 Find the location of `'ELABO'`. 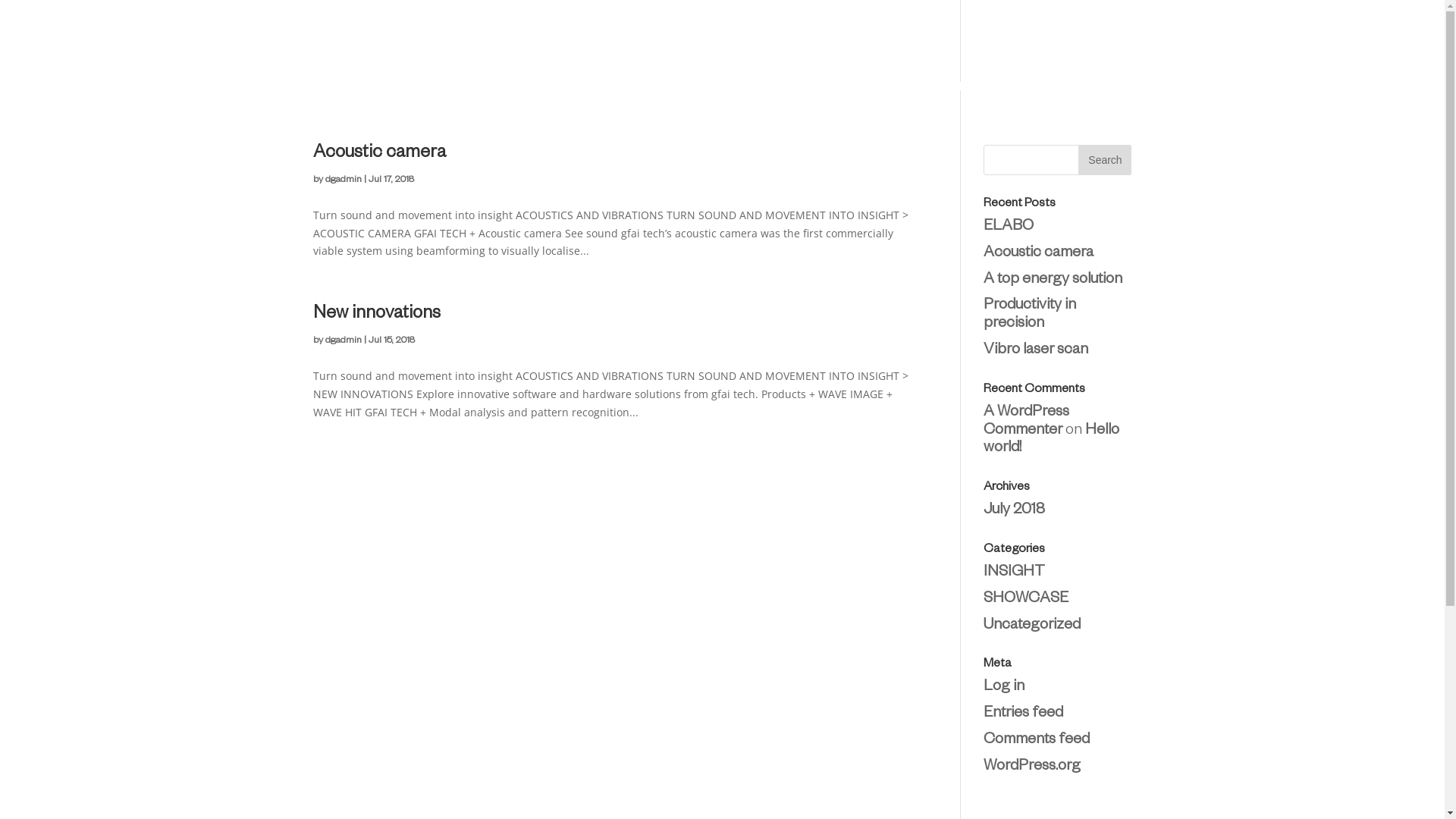

'ELABO' is located at coordinates (1008, 227).